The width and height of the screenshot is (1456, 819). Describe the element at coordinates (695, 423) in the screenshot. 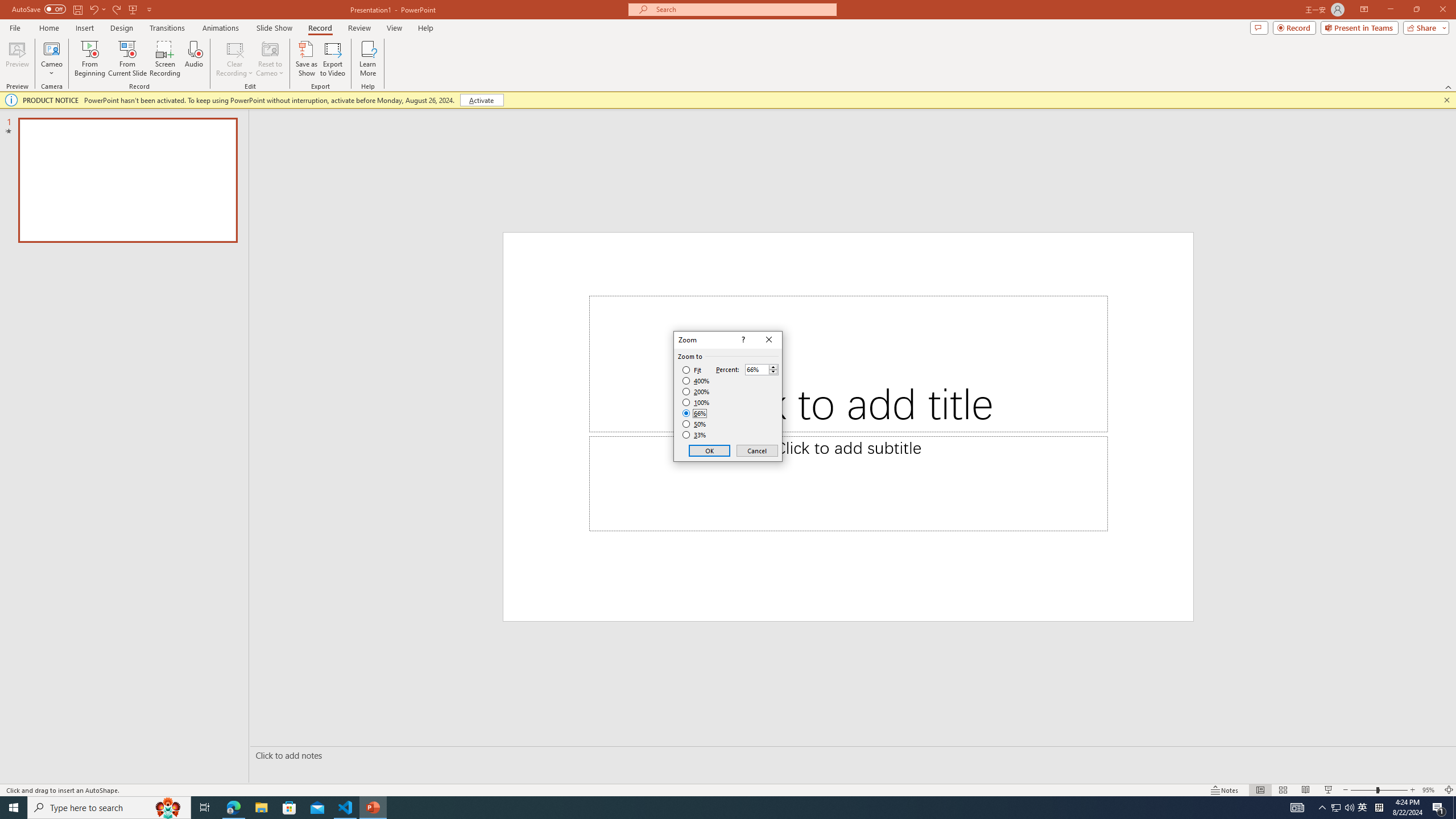

I see `'50%'` at that location.